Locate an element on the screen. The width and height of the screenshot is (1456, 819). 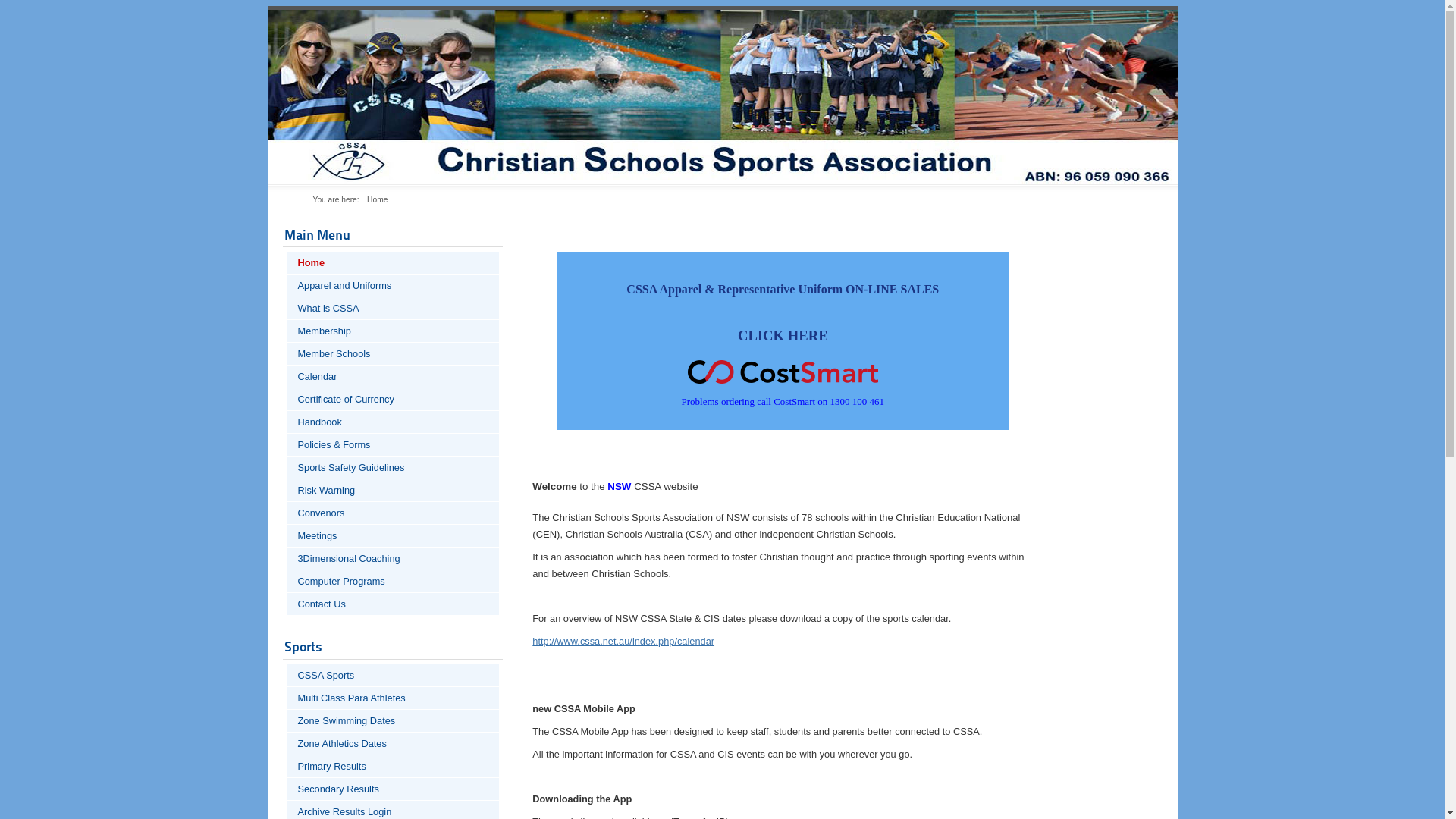
'What is CSSA' is located at coordinates (287, 307).